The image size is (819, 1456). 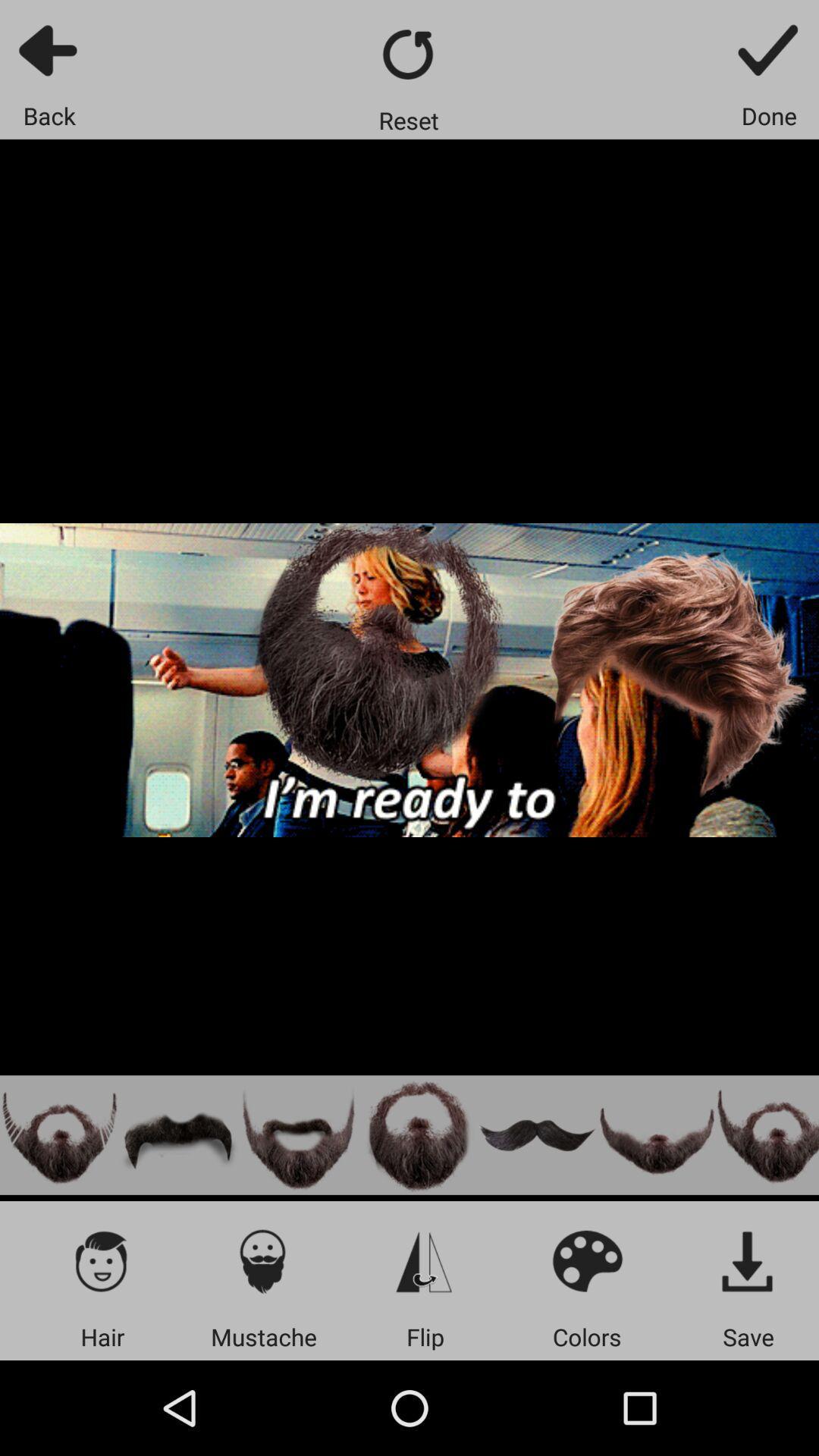 I want to click on the mustache option, so click(x=536, y=1135).